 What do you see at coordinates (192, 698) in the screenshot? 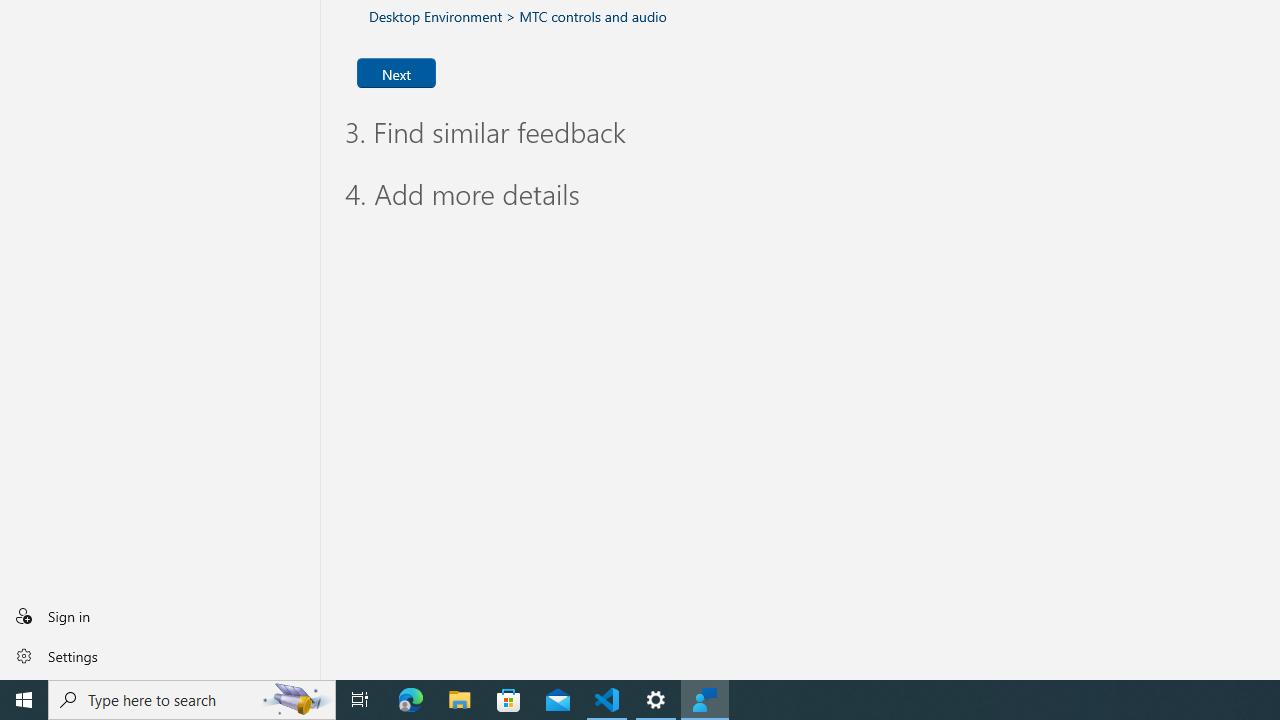
I see `'Type here to search'` at bounding box center [192, 698].